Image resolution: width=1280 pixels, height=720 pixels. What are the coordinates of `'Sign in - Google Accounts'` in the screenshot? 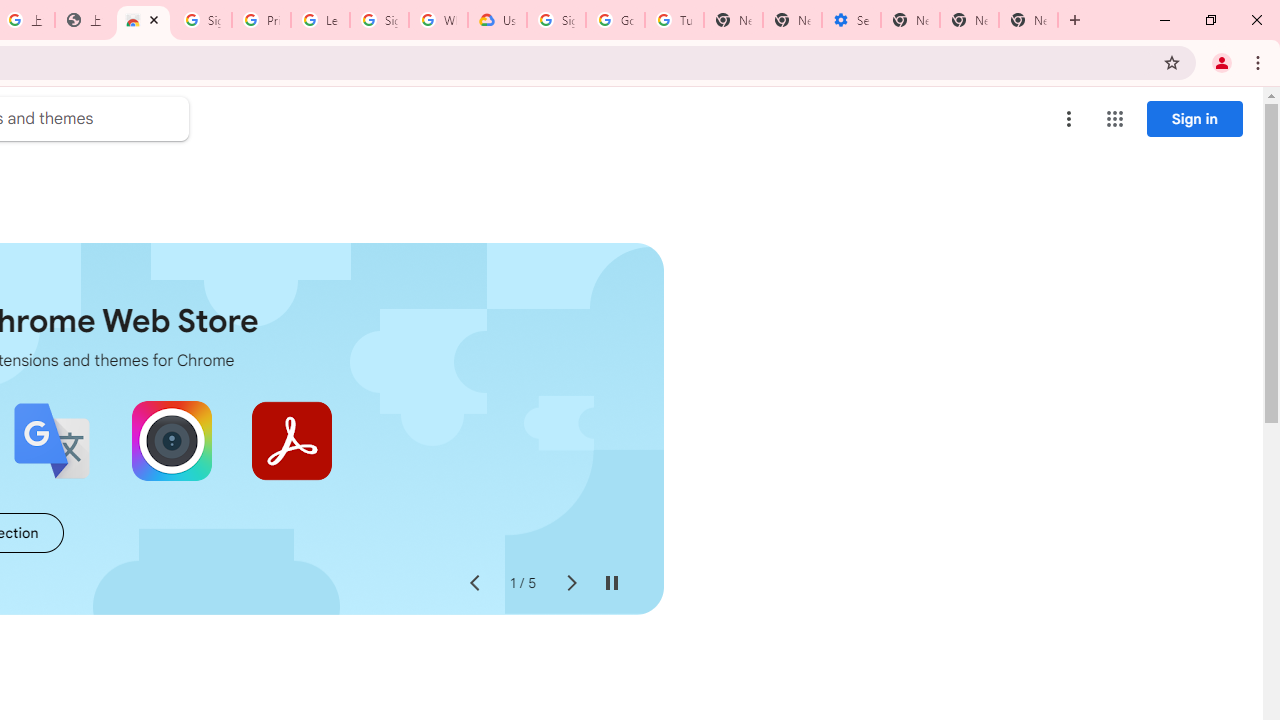 It's located at (379, 20).